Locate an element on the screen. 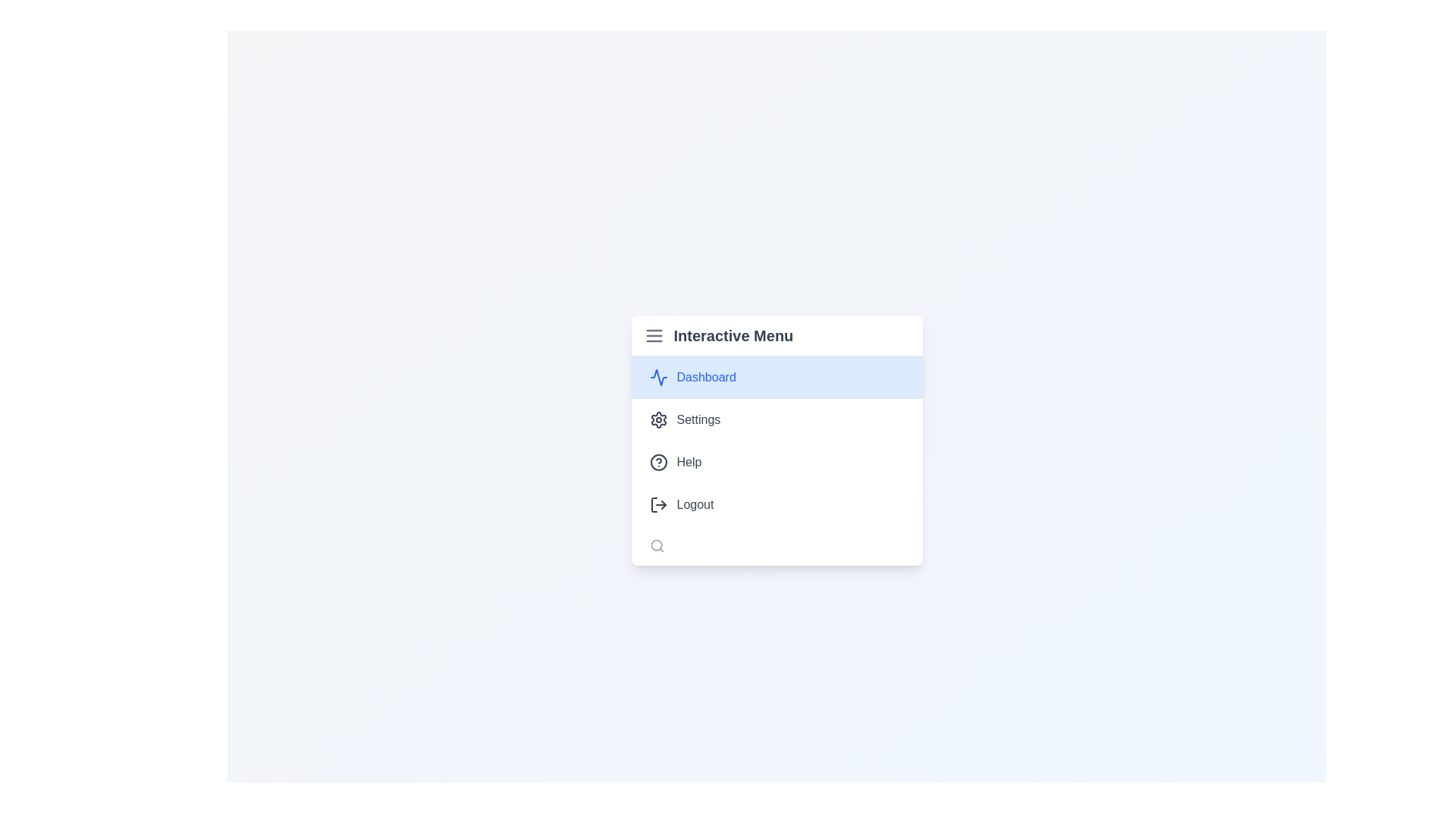 Image resolution: width=1456 pixels, height=819 pixels. the logout button located at the bottom of the 'Interactive Menu' component is located at coordinates (777, 504).